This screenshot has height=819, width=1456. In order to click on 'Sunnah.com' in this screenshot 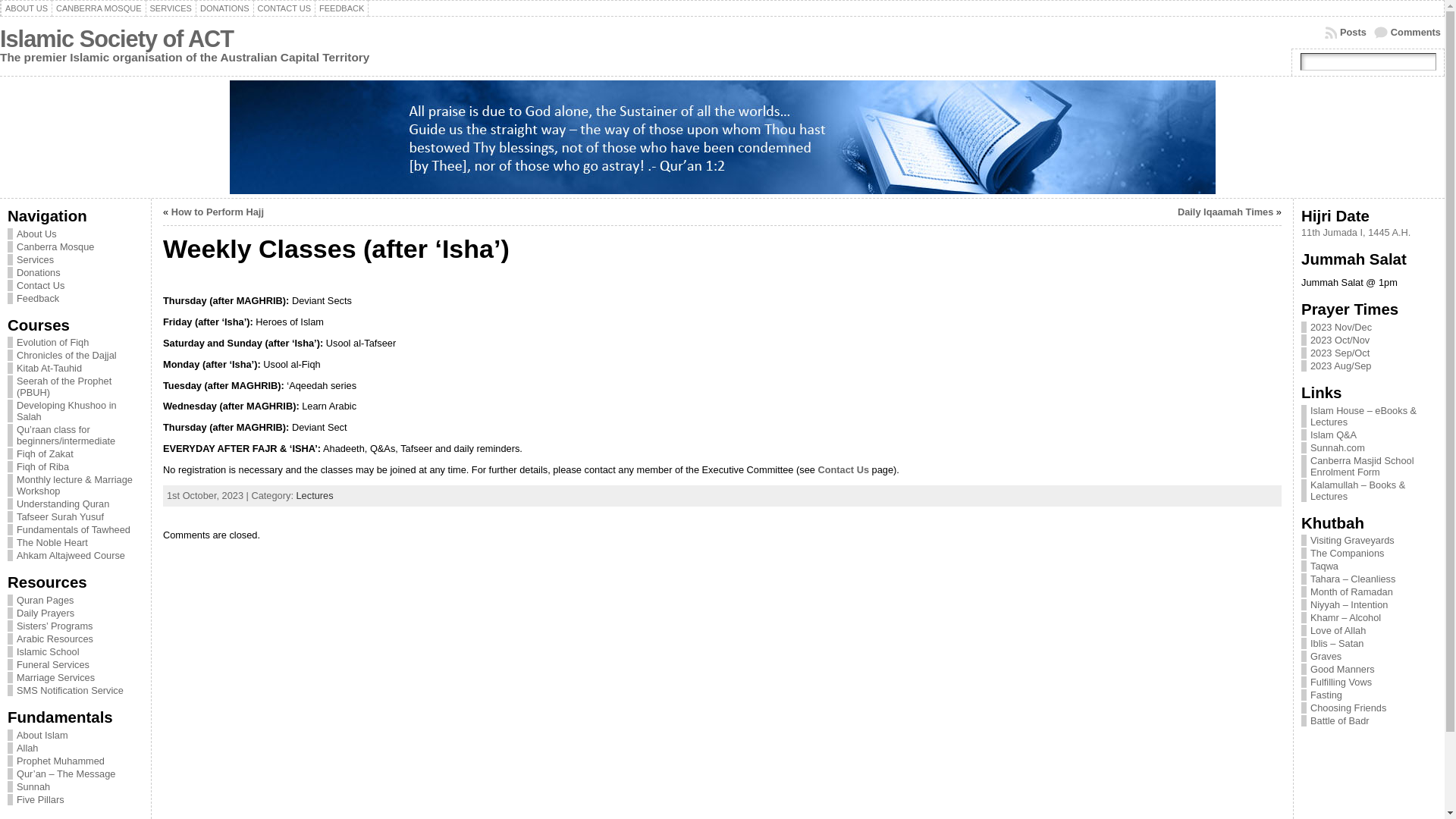, I will do `click(1337, 446)`.